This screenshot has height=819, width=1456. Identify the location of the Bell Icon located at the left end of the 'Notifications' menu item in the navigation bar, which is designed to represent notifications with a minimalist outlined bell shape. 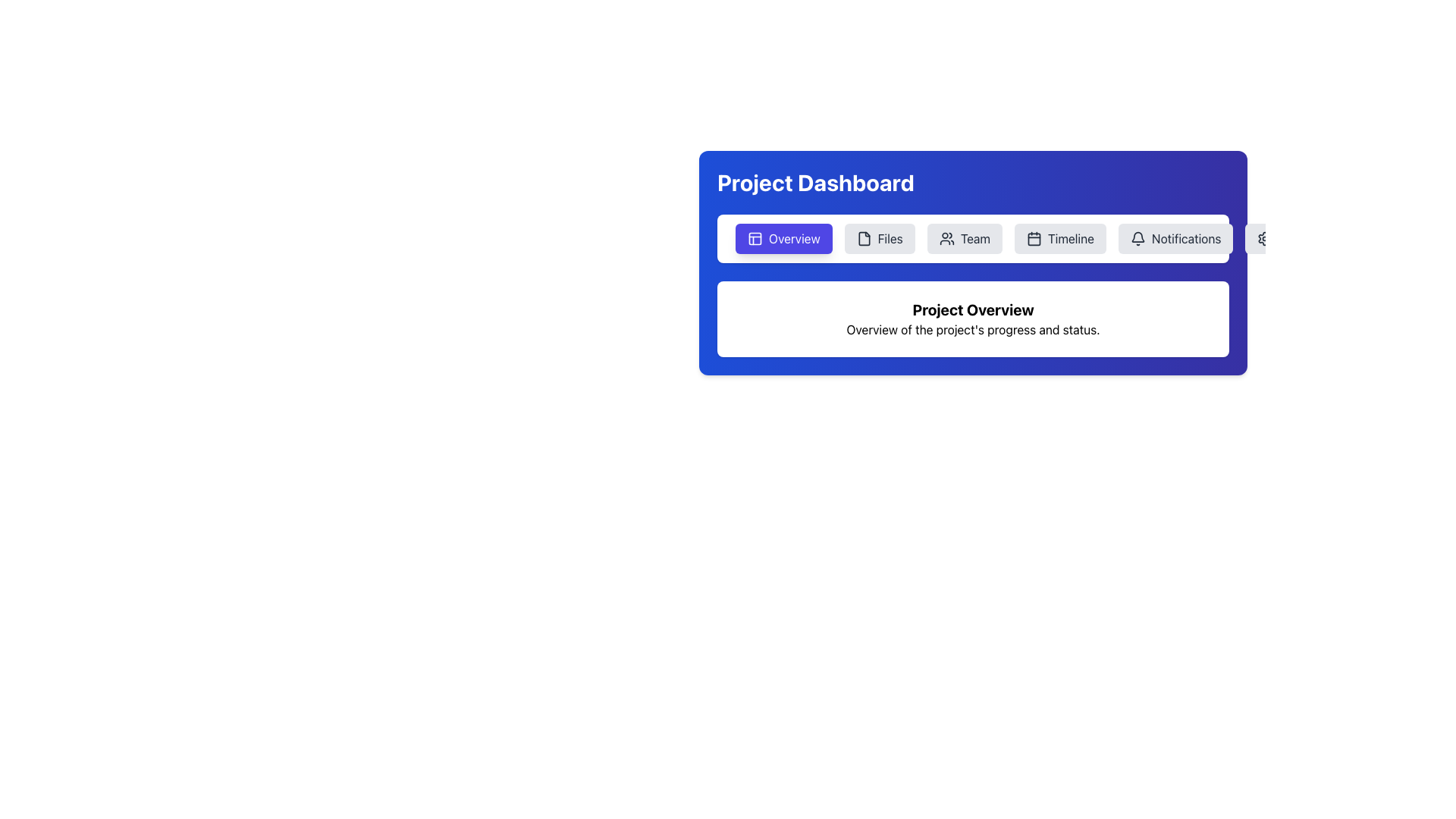
(1138, 239).